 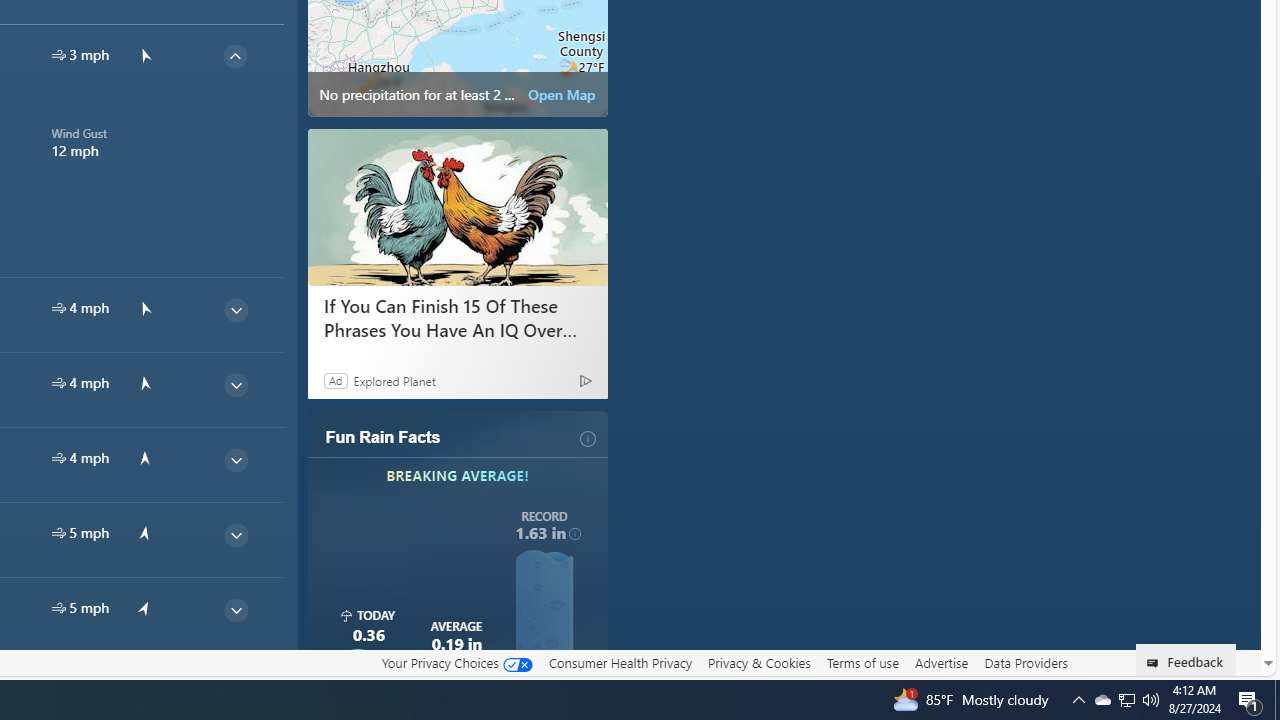 What do you see at coordinates (862, 662) in the screenshot?
I see `'Terms of use'` at bounding box center [862, 662].